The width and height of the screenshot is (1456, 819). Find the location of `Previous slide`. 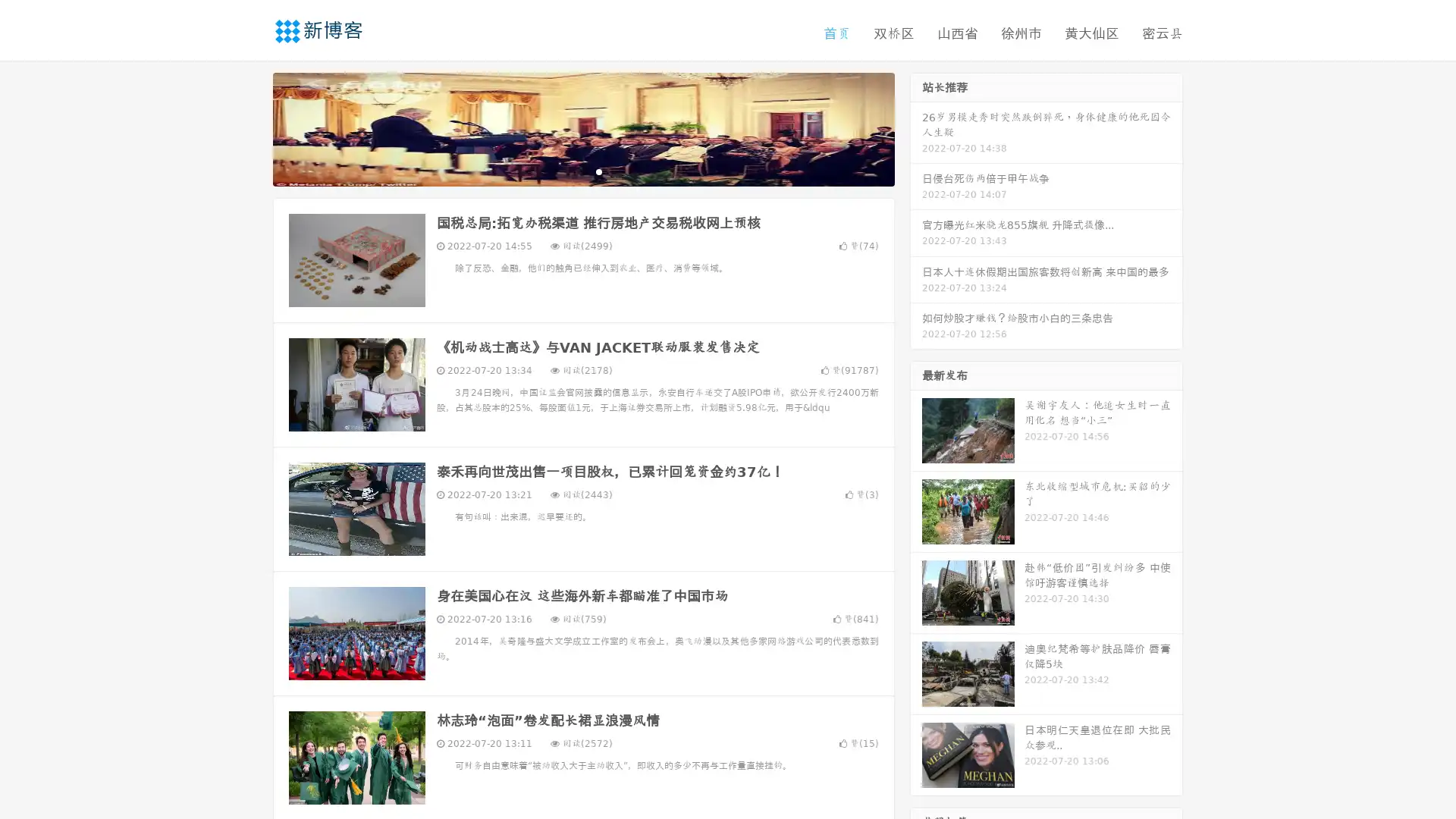

Previous slide is located at coordinates (250, 127).